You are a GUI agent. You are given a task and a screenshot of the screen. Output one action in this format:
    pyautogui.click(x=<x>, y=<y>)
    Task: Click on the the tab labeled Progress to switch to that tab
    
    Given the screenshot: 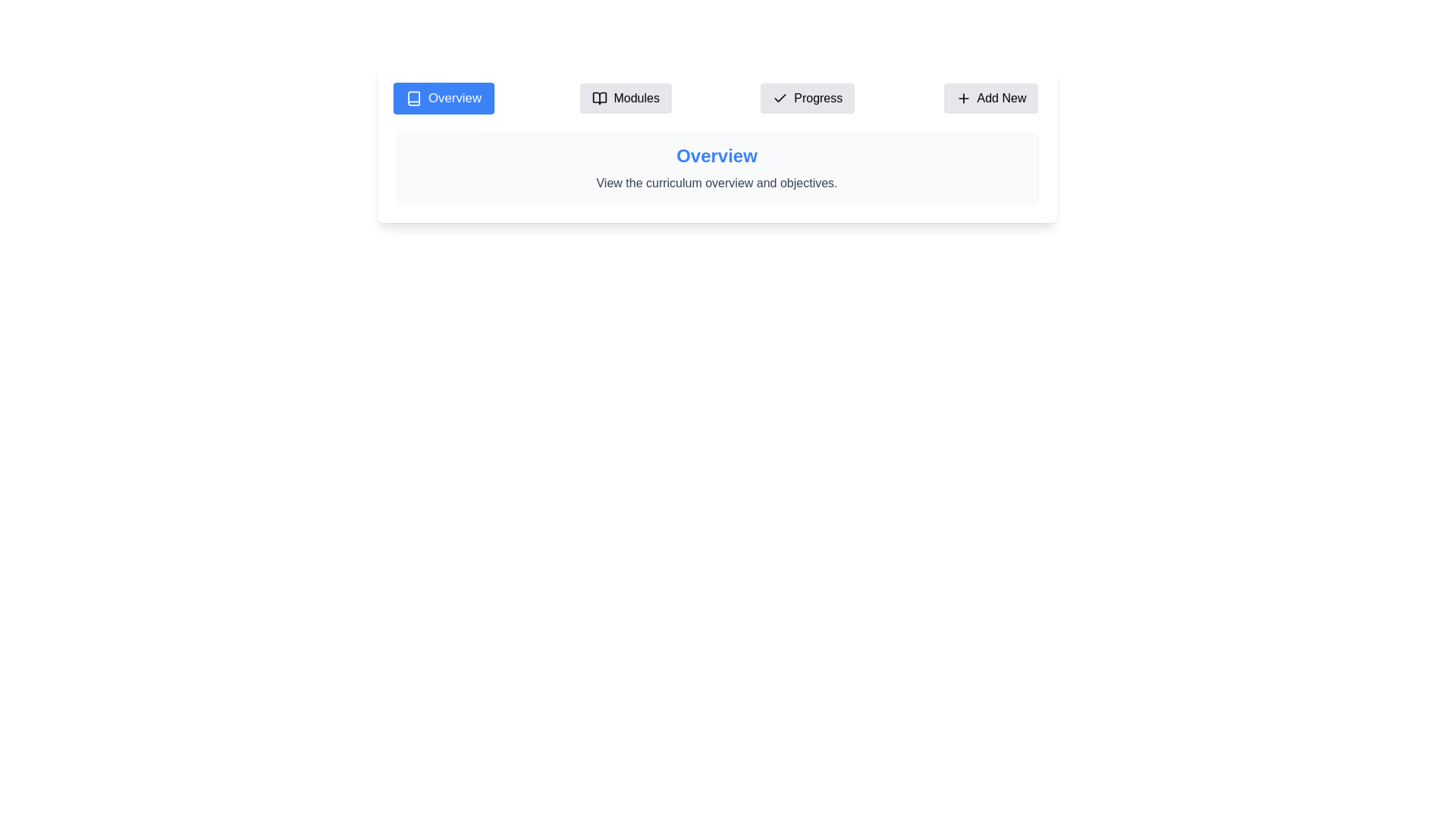 What is the action you would take?
    pyautogui.click(x=807, y=99)
    